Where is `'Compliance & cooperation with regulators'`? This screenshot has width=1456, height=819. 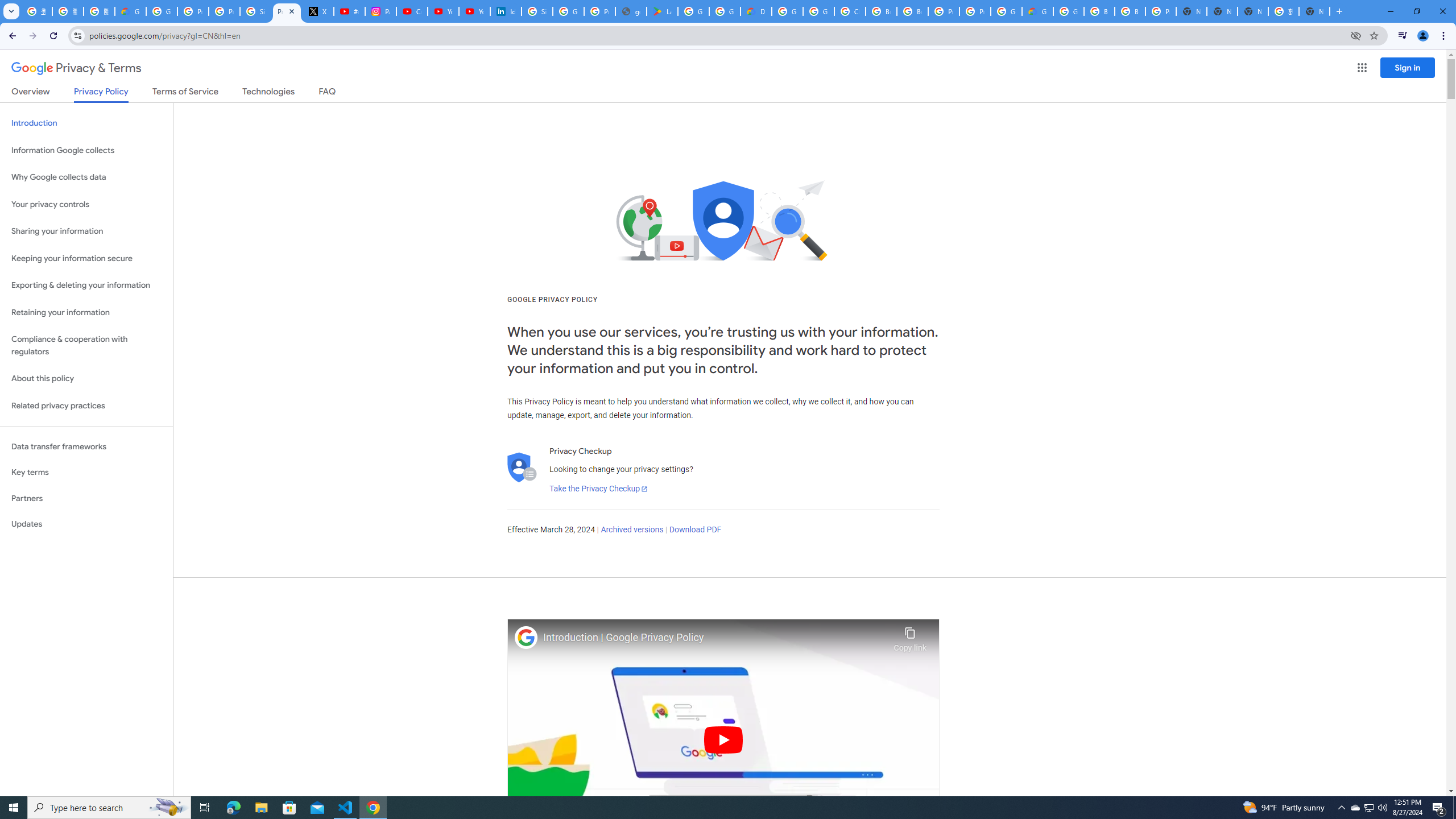 'Compliance & cooperation with regulators' is located at coordinates (86, 346).